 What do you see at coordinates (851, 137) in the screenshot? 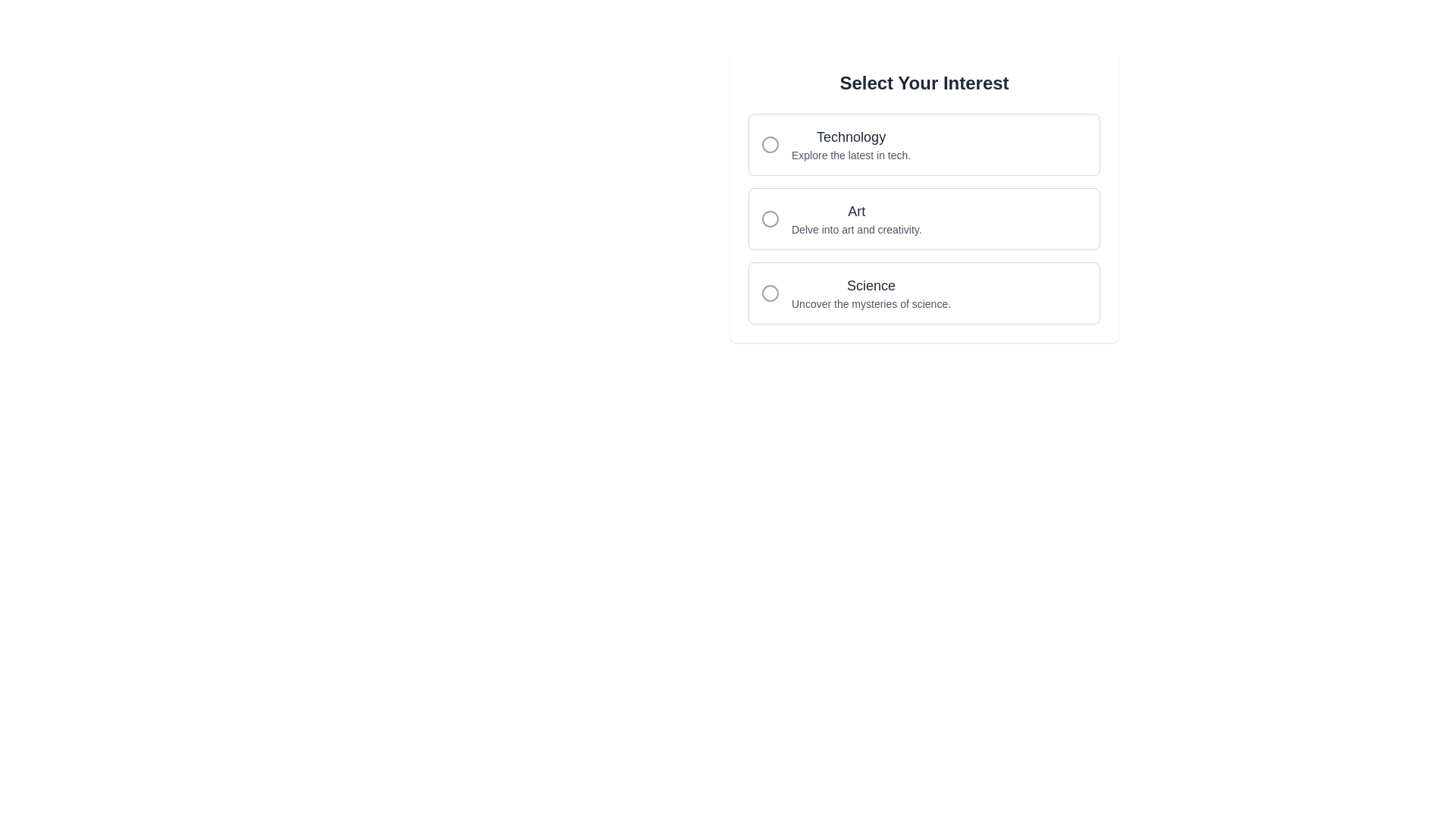
I see `the 'Technology' text element located in the 'Select Your Interest' section, which serves as a title for user selection` at bounding box center [851, 137].